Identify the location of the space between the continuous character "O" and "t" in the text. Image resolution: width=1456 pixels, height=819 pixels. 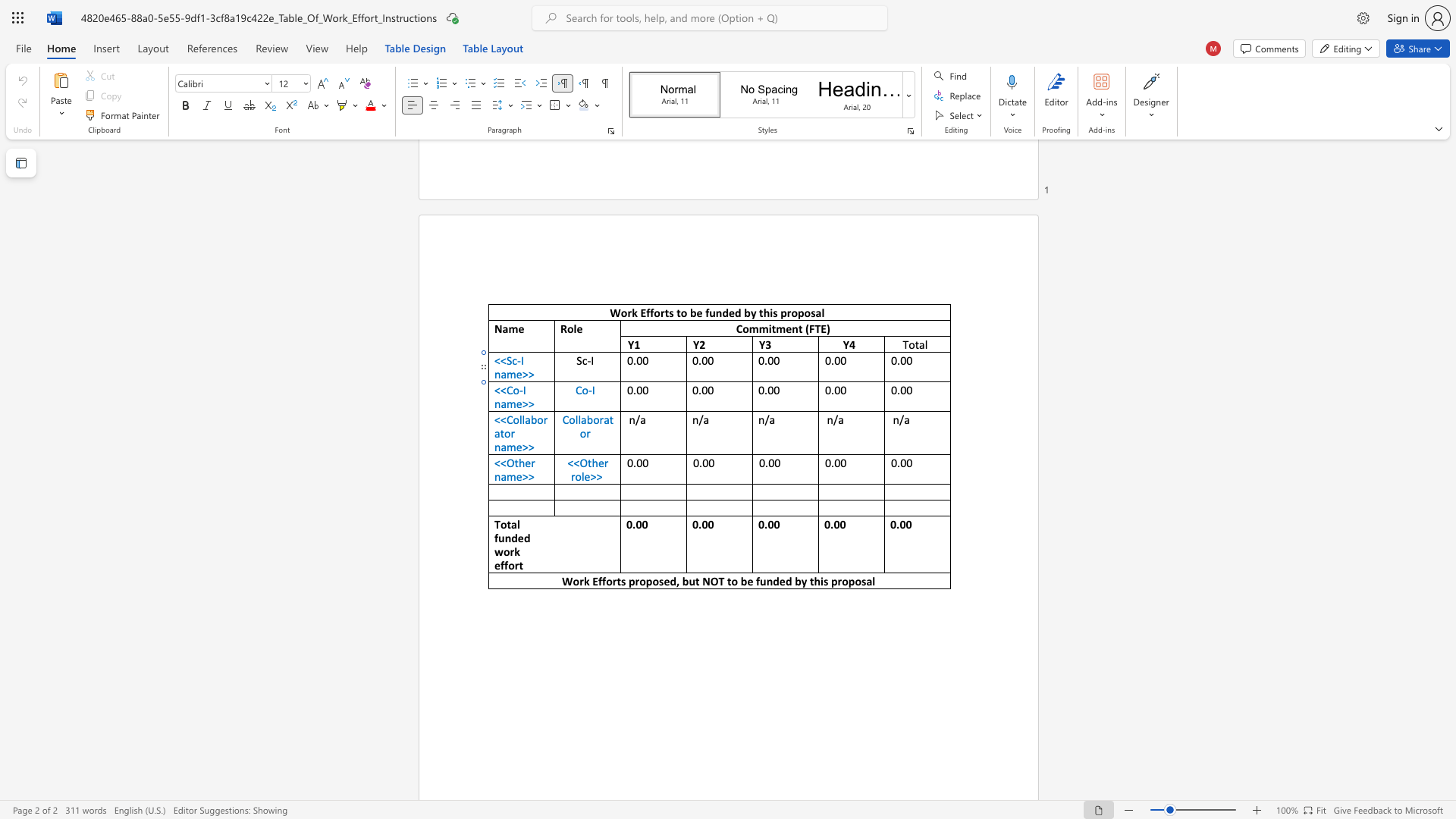
(513, 462).